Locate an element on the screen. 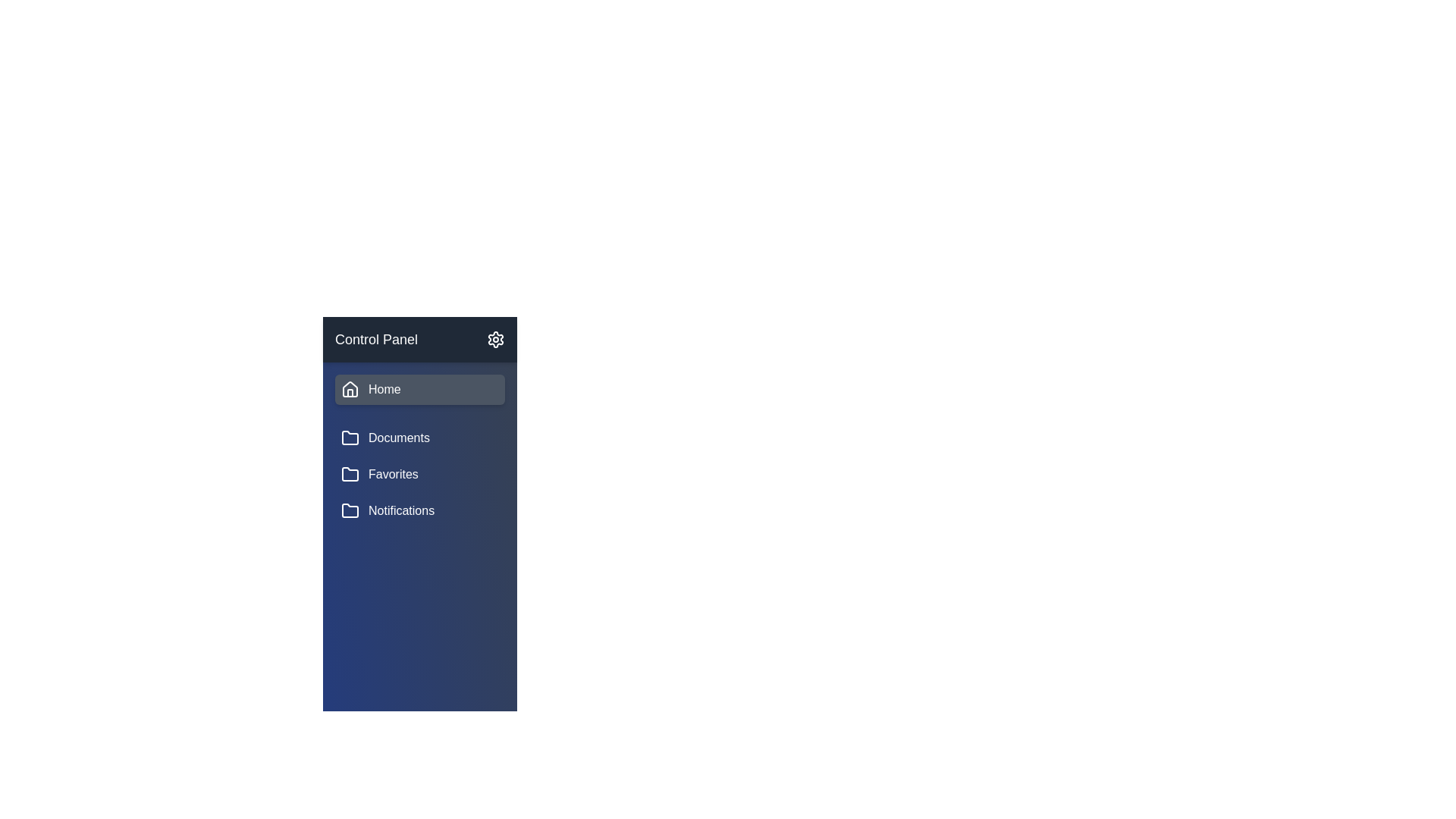 The width and height of the screenshot is (1456, 819). the sidebar item corresponding to Documents to navigate to that section is located at coordinates (419, 438).